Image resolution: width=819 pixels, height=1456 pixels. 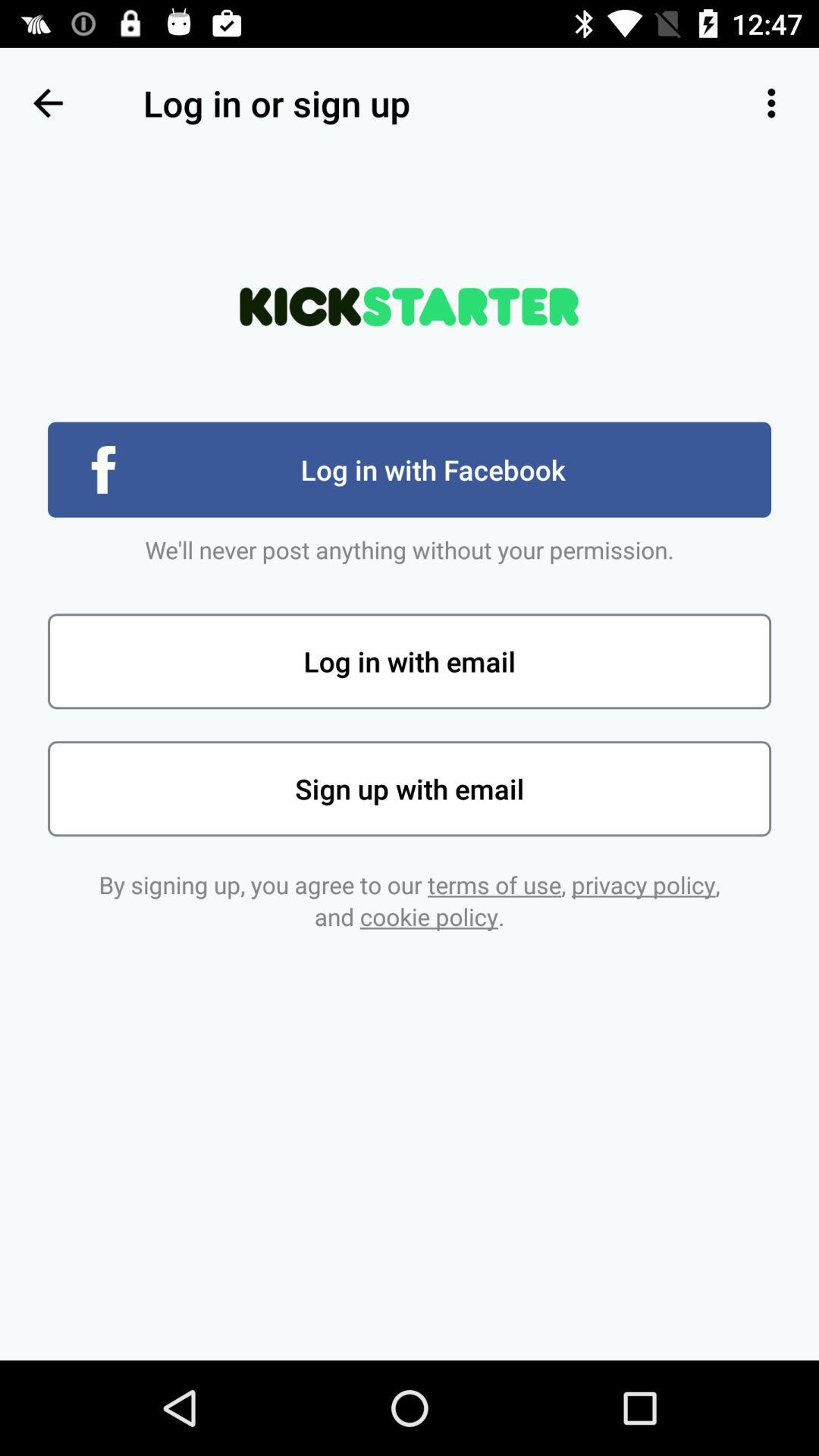 I want to click on item to the right of the log in or icon, so click(x=771, y=102).